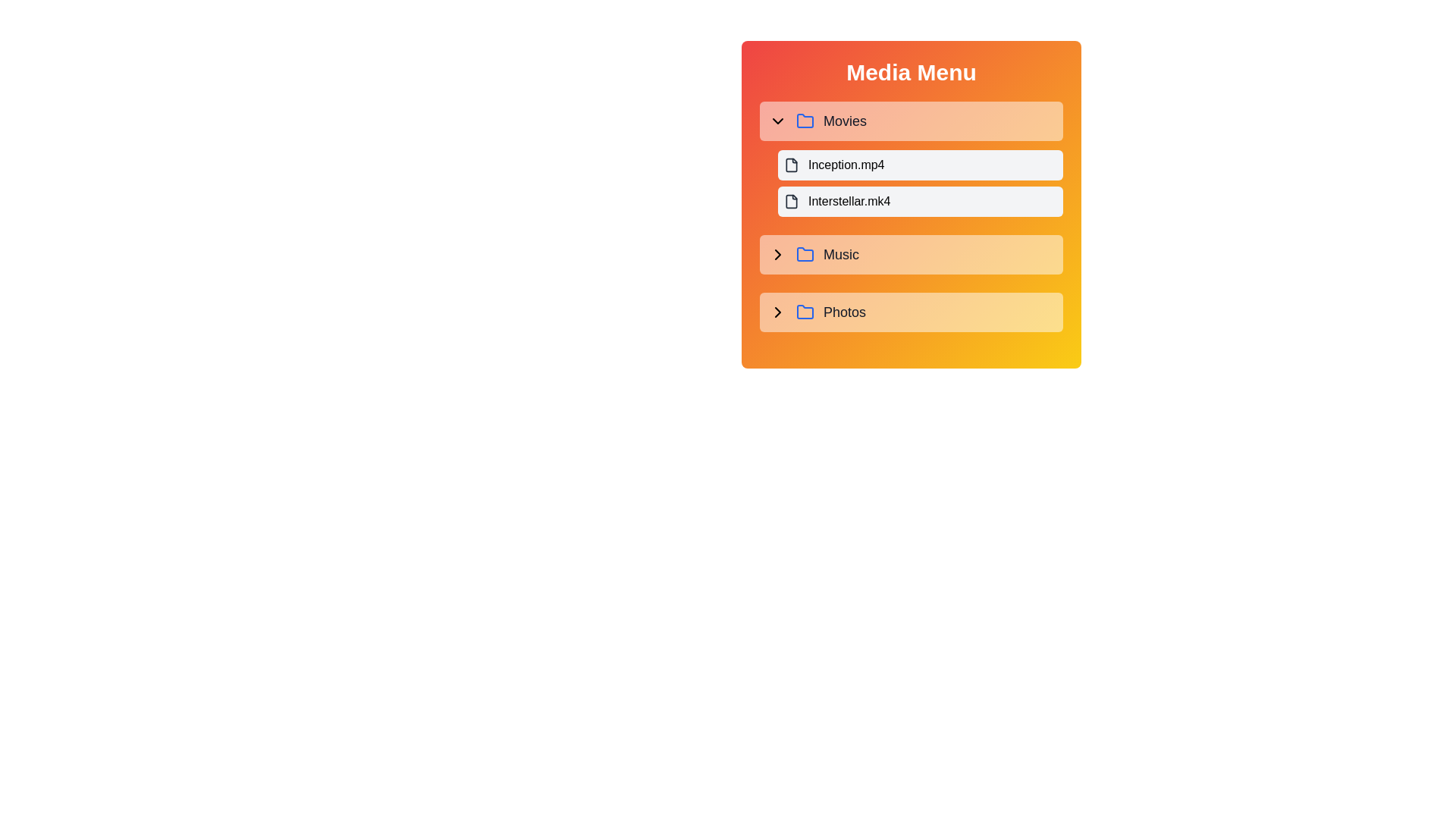  Describe the element at coordinates (910, 312) in the screenshot. I see `the fourth item in the 'Media Menu' section, which is a folder labeled 'Photos'` at that location.